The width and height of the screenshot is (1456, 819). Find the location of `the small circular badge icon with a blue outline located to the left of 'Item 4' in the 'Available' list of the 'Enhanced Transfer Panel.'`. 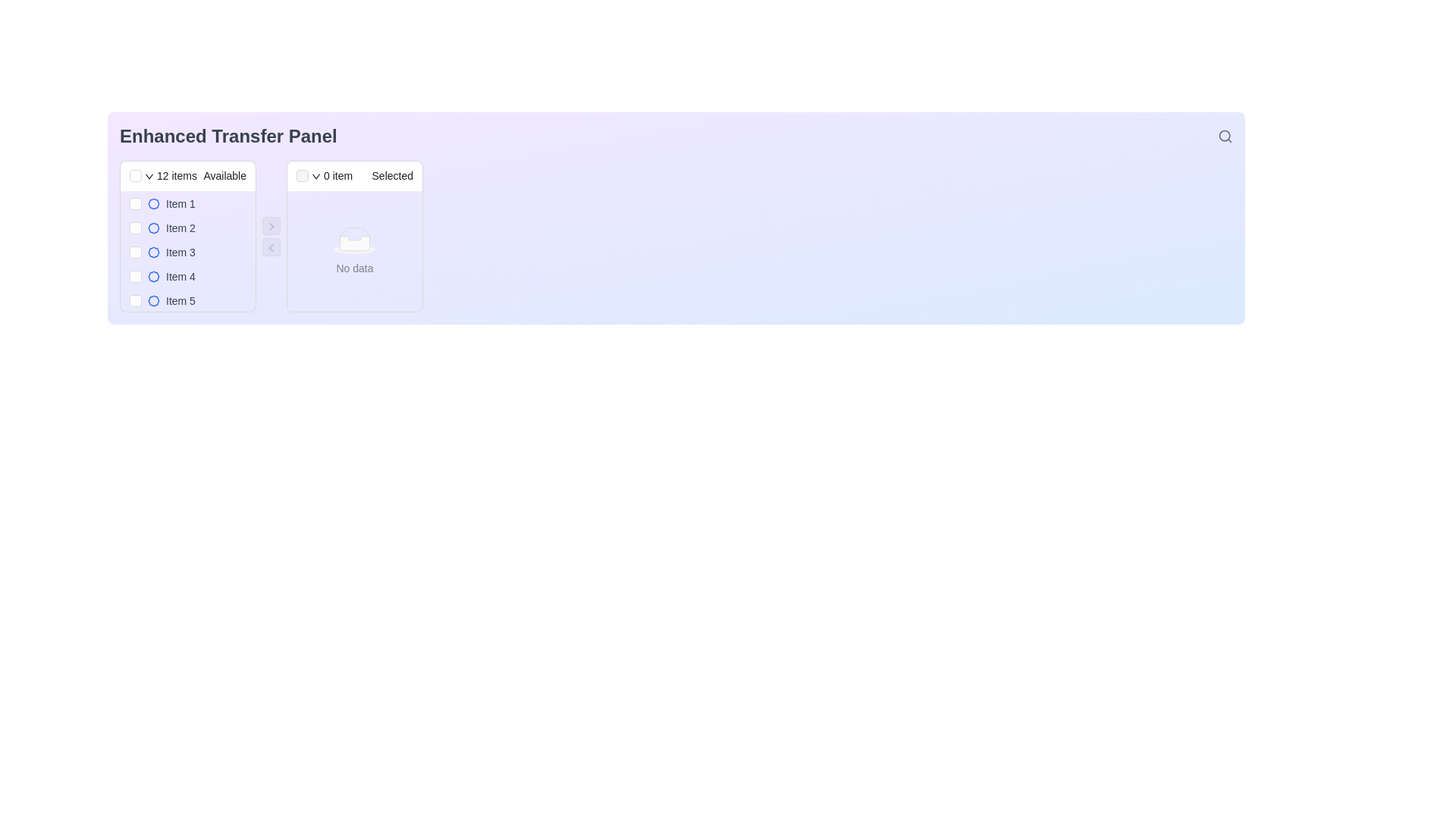

the small circular badge icon with a blue outline located to the left of 'Item 4' in the 'Available' list of the 'Enhanced Transfer Panel.' is located at coordinates (153, 277).